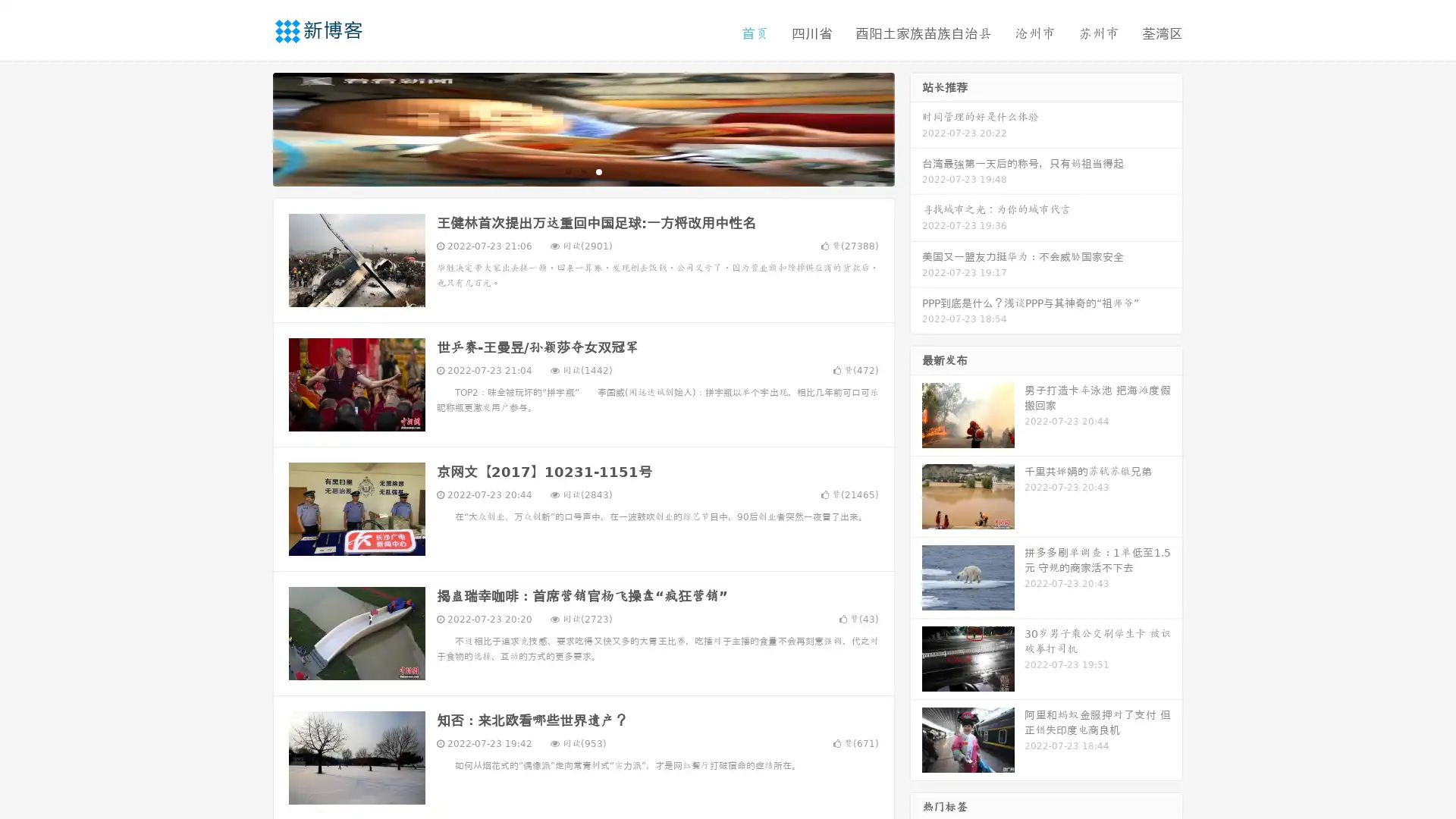 The width and height of the screenshot is (1456, 819). Describe the element at coordinates (250, 127) in the screenshot. I see `Previous slide` at that location.